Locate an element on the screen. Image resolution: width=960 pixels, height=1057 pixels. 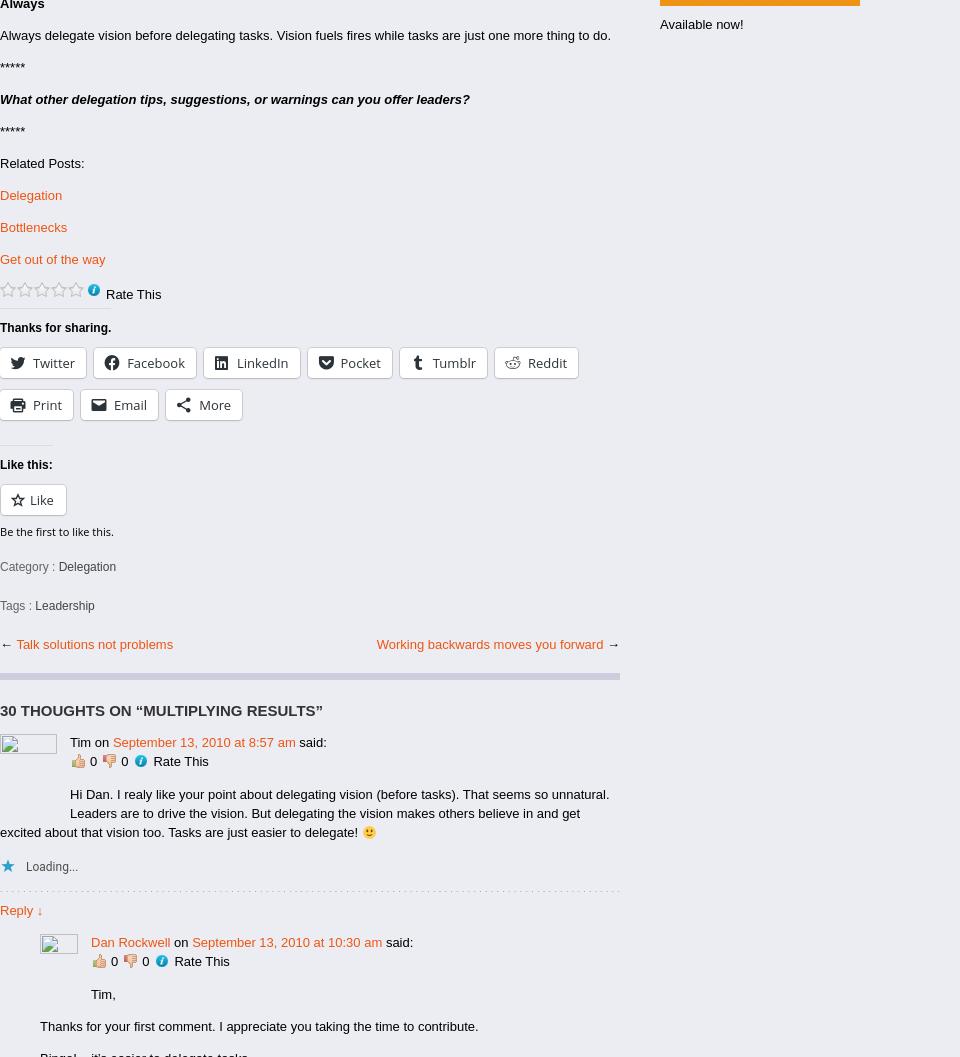
'30 thoughts on “' is located at coordinates (71, 709).